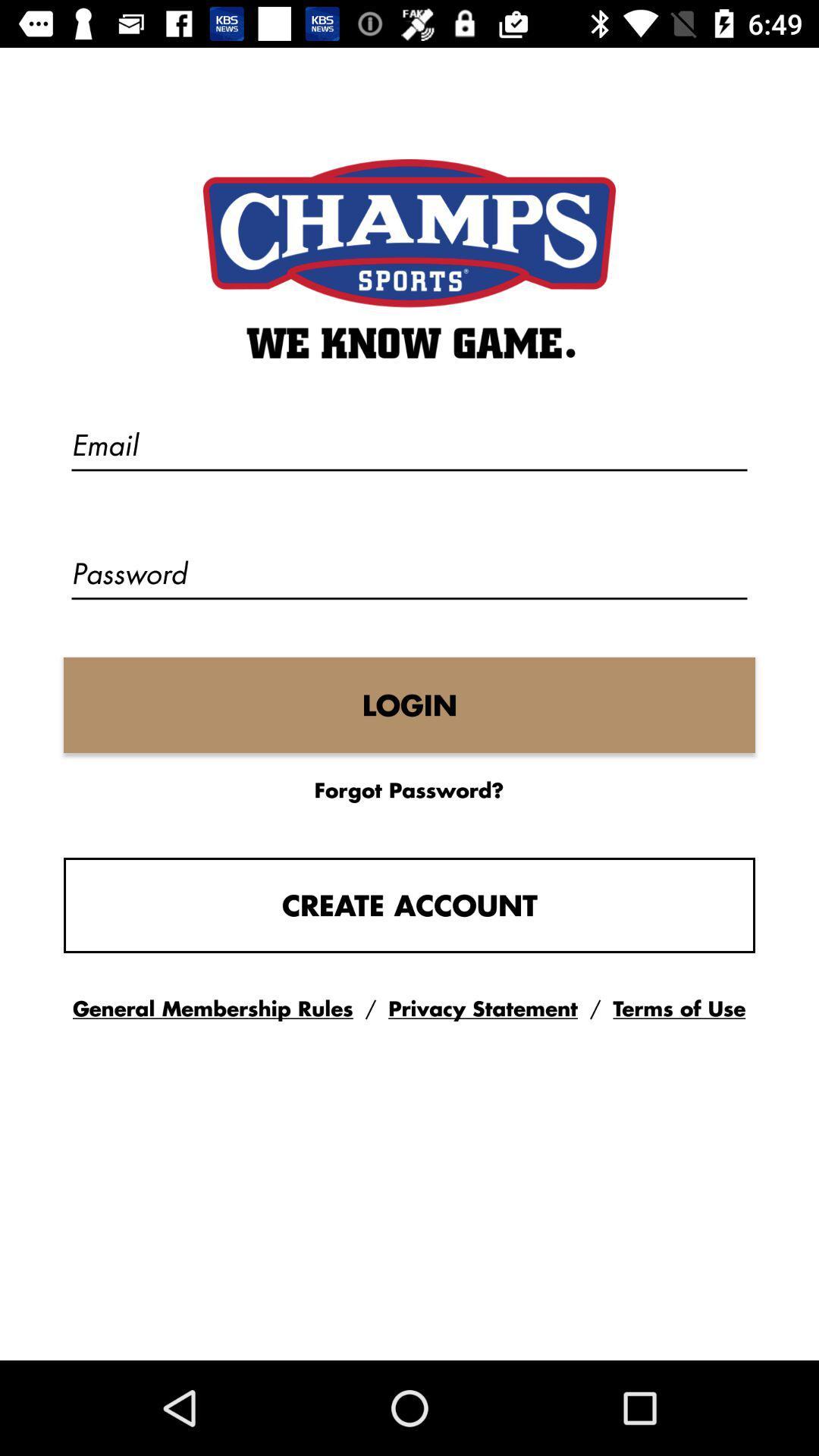 The height and width of the screenshot is (1456, 819). What do you see at coordinates (408, 789) in the screenshot?
I see `forgot password` at bounding box center [408, 789].